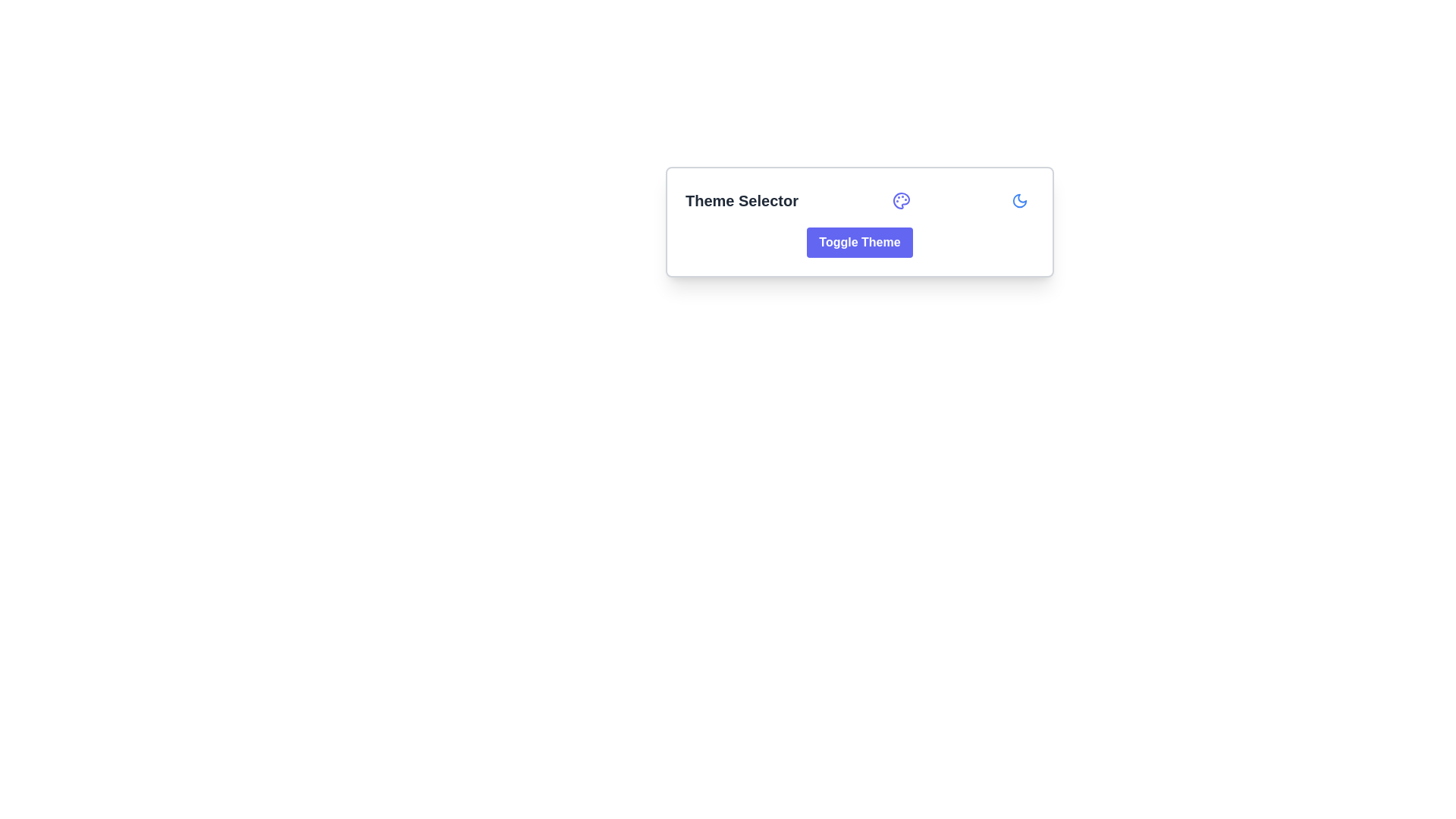  Describe the element at coordinates (859, 242) in the screenshot. I see `the 'Toggle Theme' button with rounded corners and white text on a blue background, located within the 'Theme Selector' card` at that location.